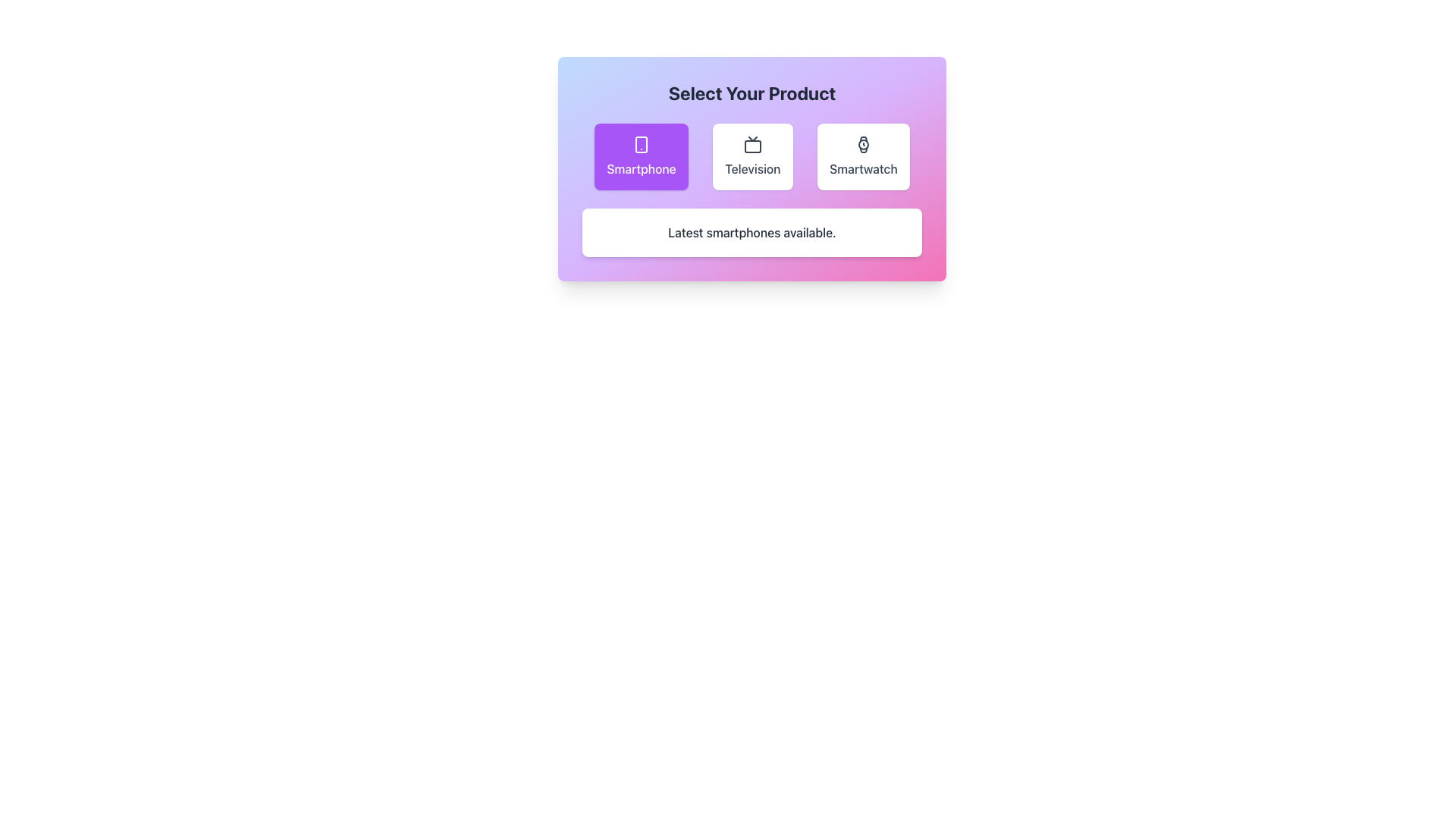 Image resolution: width=1456 pixels, height=819 pixels. I want to click on the leftmost button in a row of three, which has a purple background, rounded corners, and contains the text 'Smartphone' with a smartphone icon above it, so click(641, 157).